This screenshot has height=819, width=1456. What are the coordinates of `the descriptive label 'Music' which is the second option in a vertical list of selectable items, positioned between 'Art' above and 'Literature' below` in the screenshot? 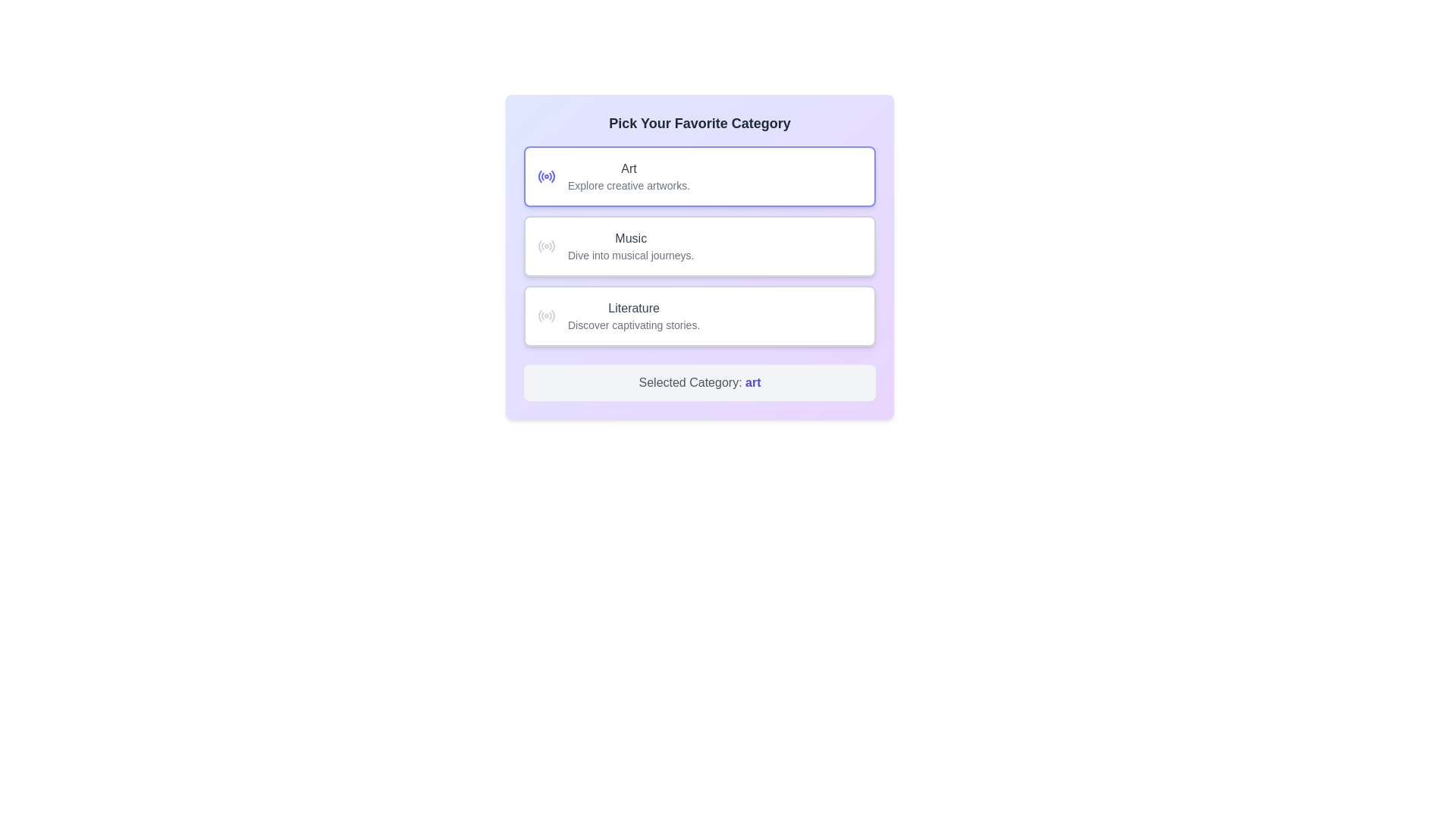 It's located at (631, 245).